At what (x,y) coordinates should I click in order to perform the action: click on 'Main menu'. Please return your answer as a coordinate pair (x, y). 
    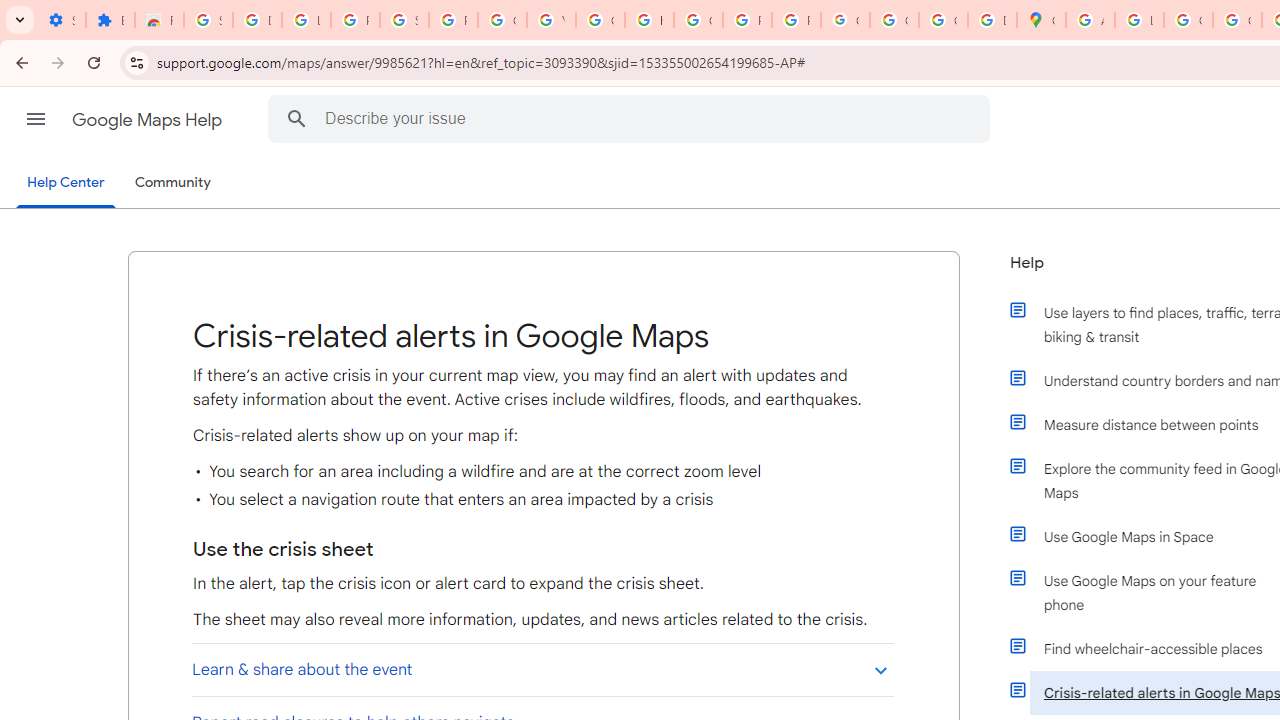
    Looking at the image, I should click on (35, 119).